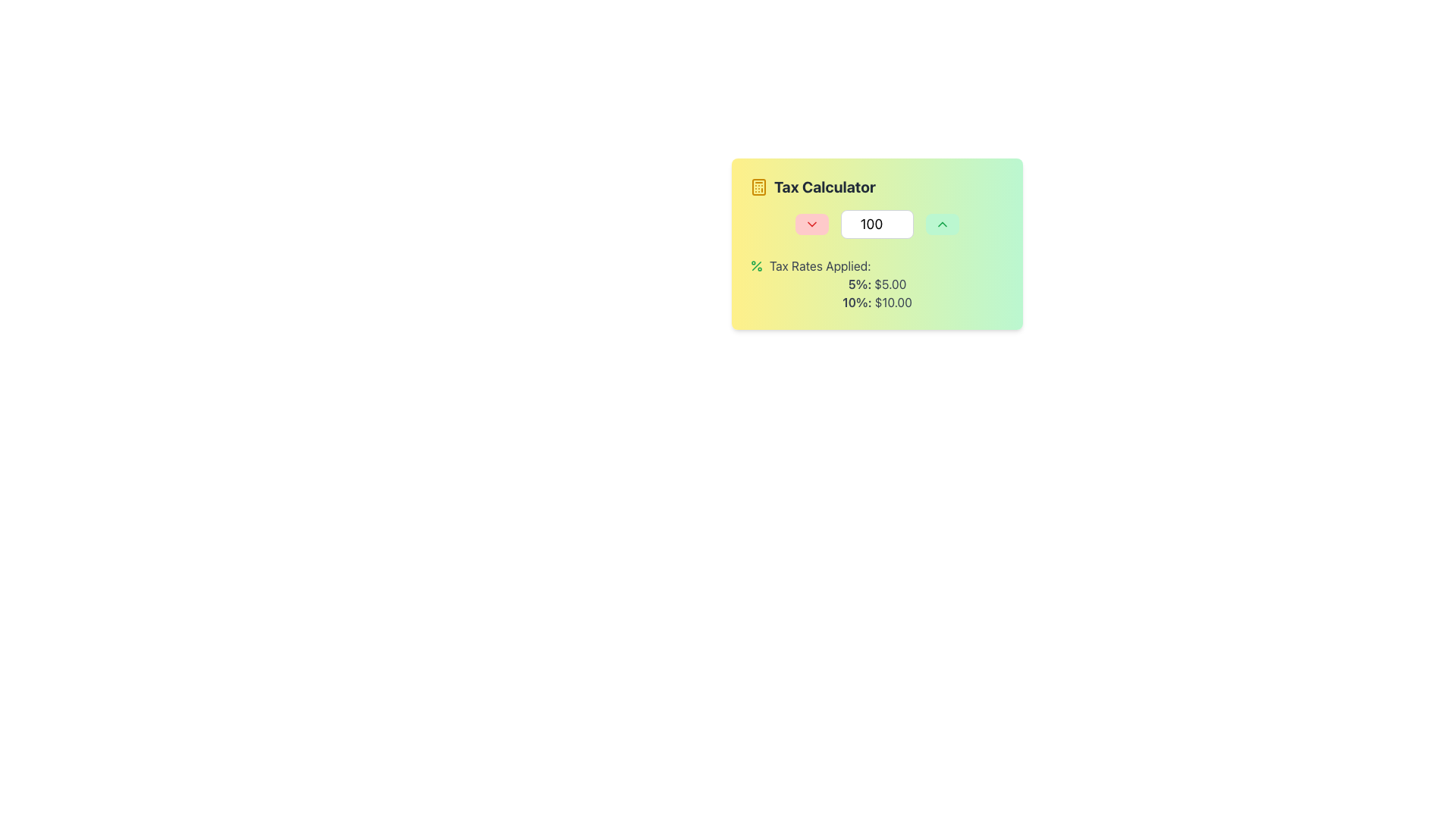  Describe the element at coordinates (942, 224) in the screenshot. I see `the increment button icon located on the upper-right side of the calculator interface` at that location.